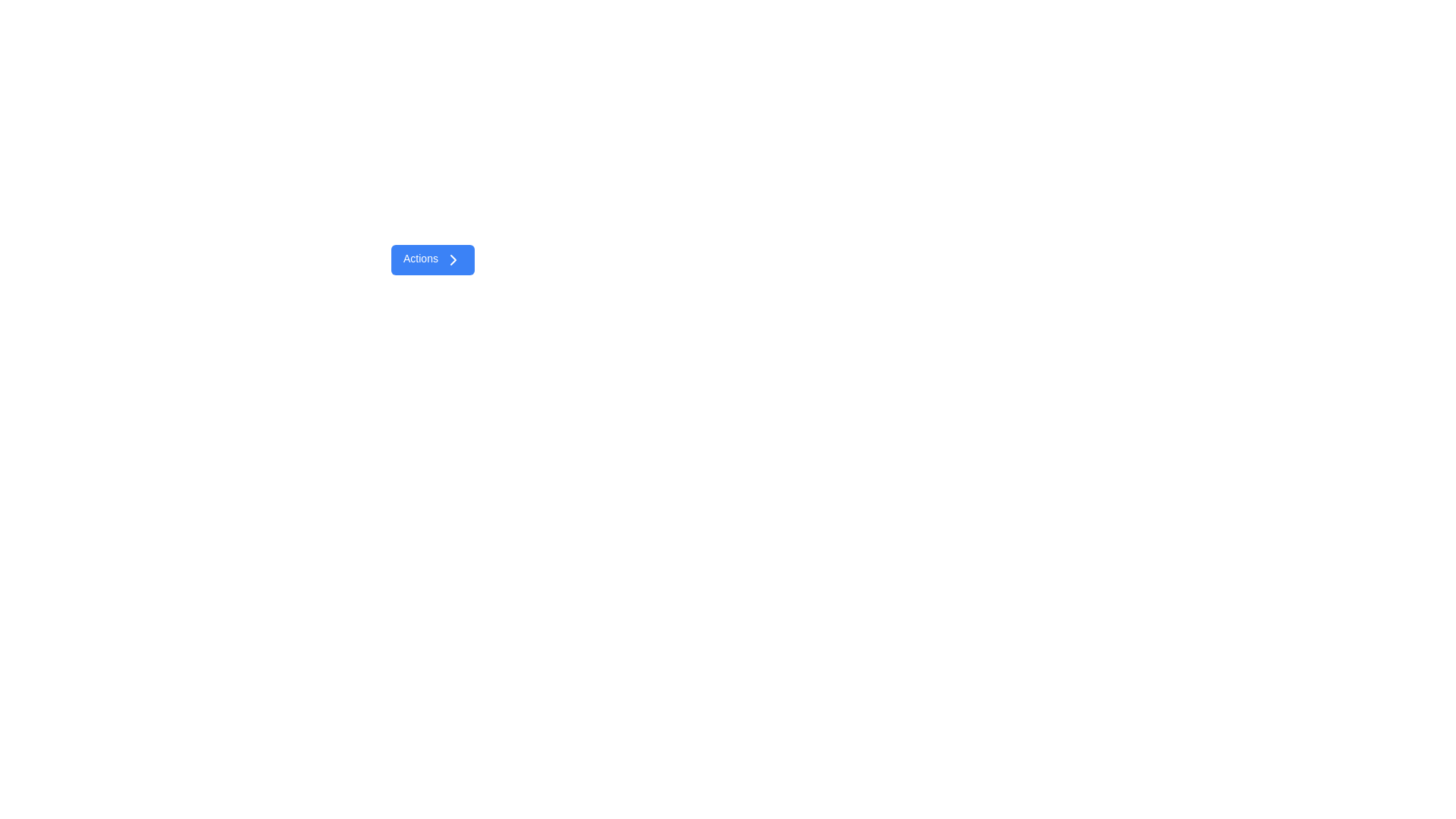 This screenshot has height=819, width=1456. I want to click on the chevron icon pointing to the right, which is located adjacent to the 'Actions' label, so click(452, 259).